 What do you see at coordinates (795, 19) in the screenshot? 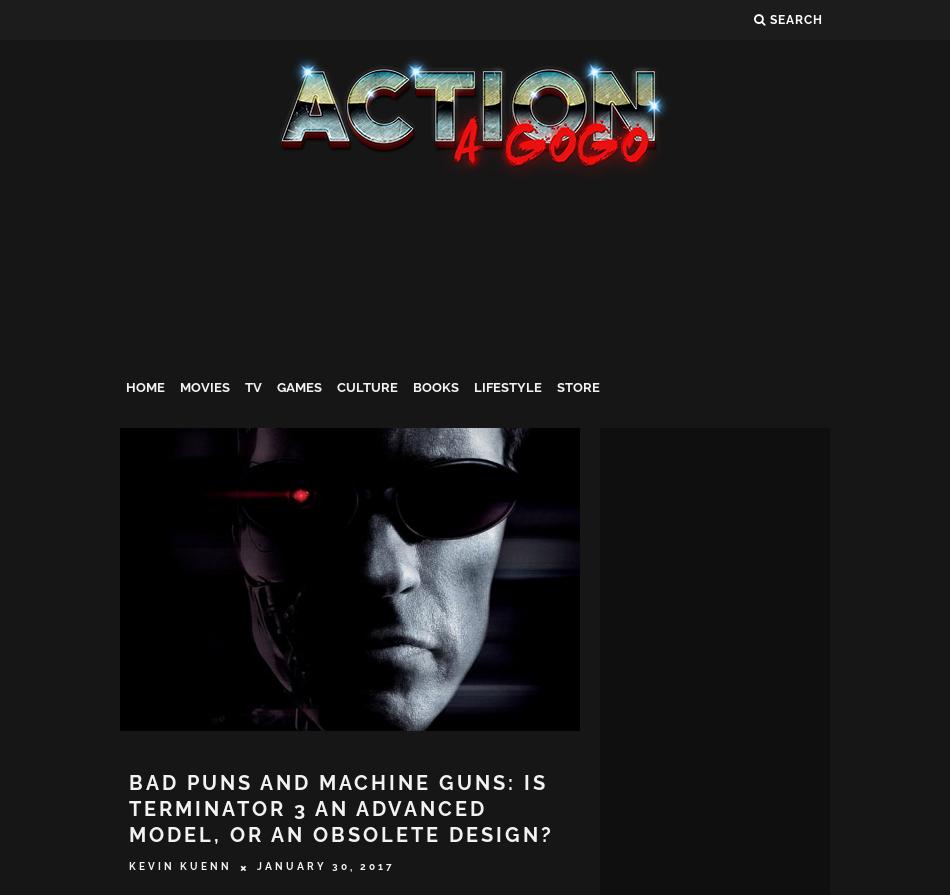
I see `'Search'` at bounding box center [795, 19].